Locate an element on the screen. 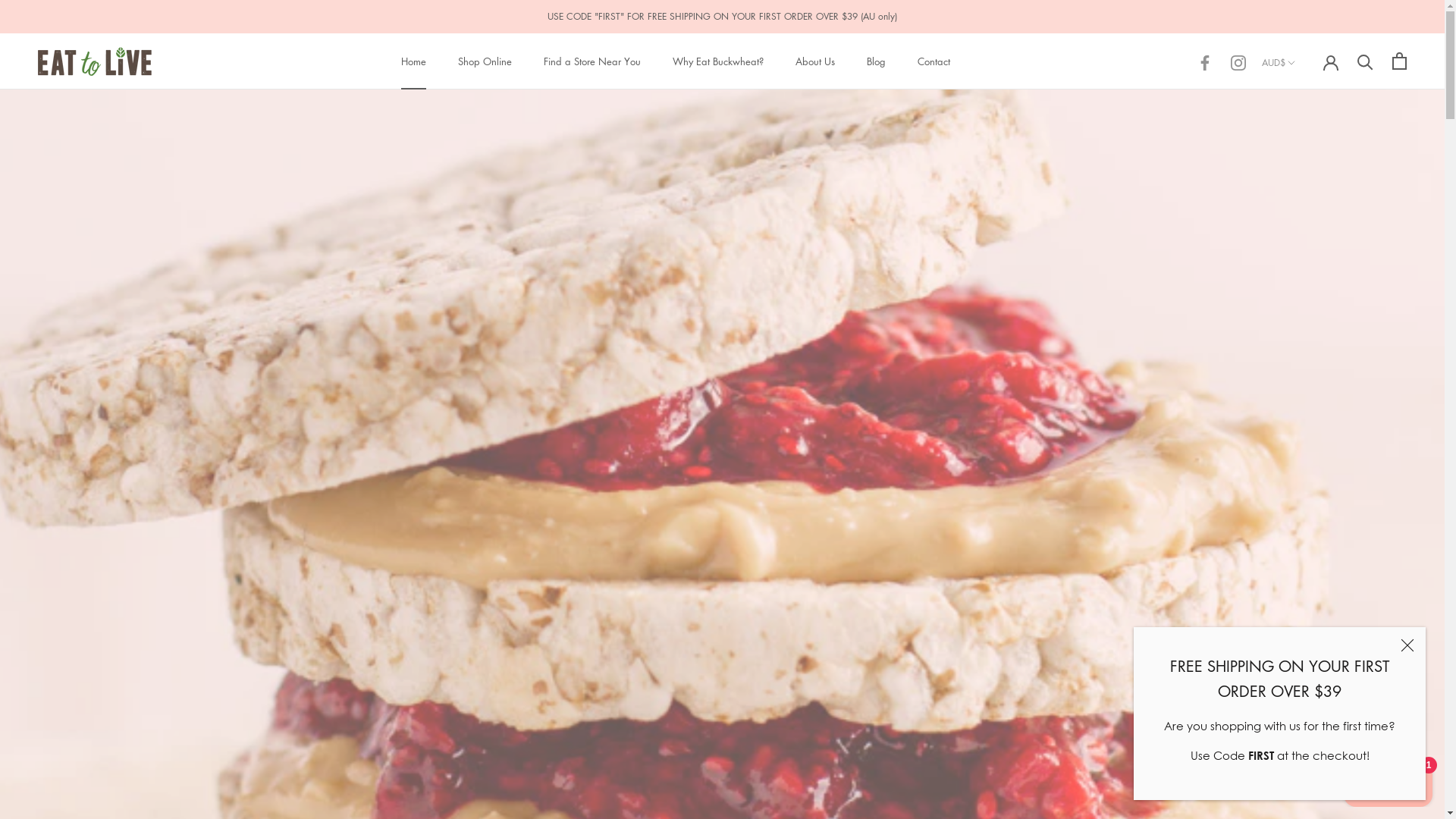  'Blog is located at coordinates (875, 60).